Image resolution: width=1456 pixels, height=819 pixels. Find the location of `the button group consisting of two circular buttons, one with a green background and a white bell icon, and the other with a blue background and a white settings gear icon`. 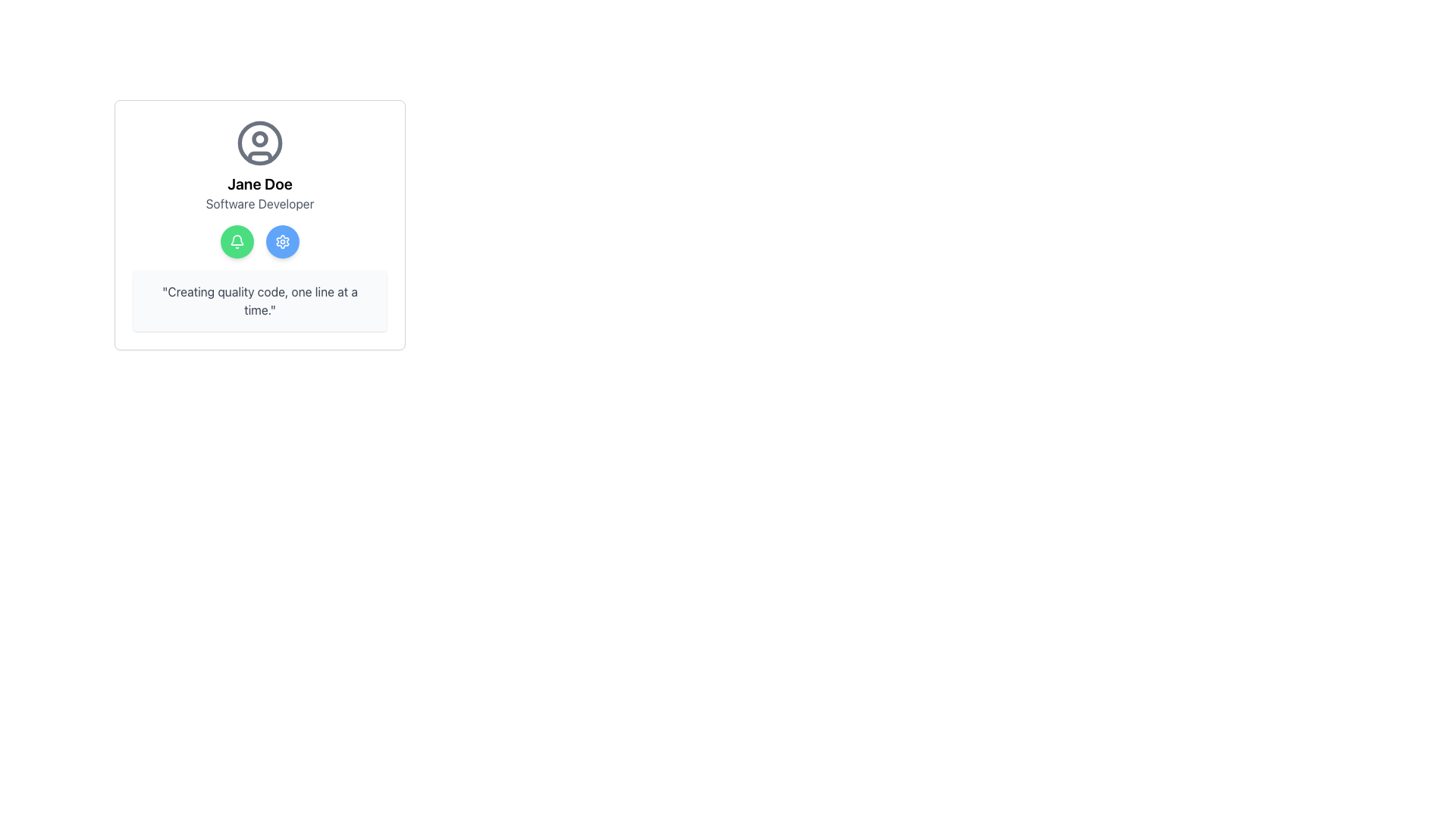

the button group consisting of two circular buttons, one with a green background and a white bell icon, and the other with a blue background and a white settings gear icon is located at coordinates (259, 241).